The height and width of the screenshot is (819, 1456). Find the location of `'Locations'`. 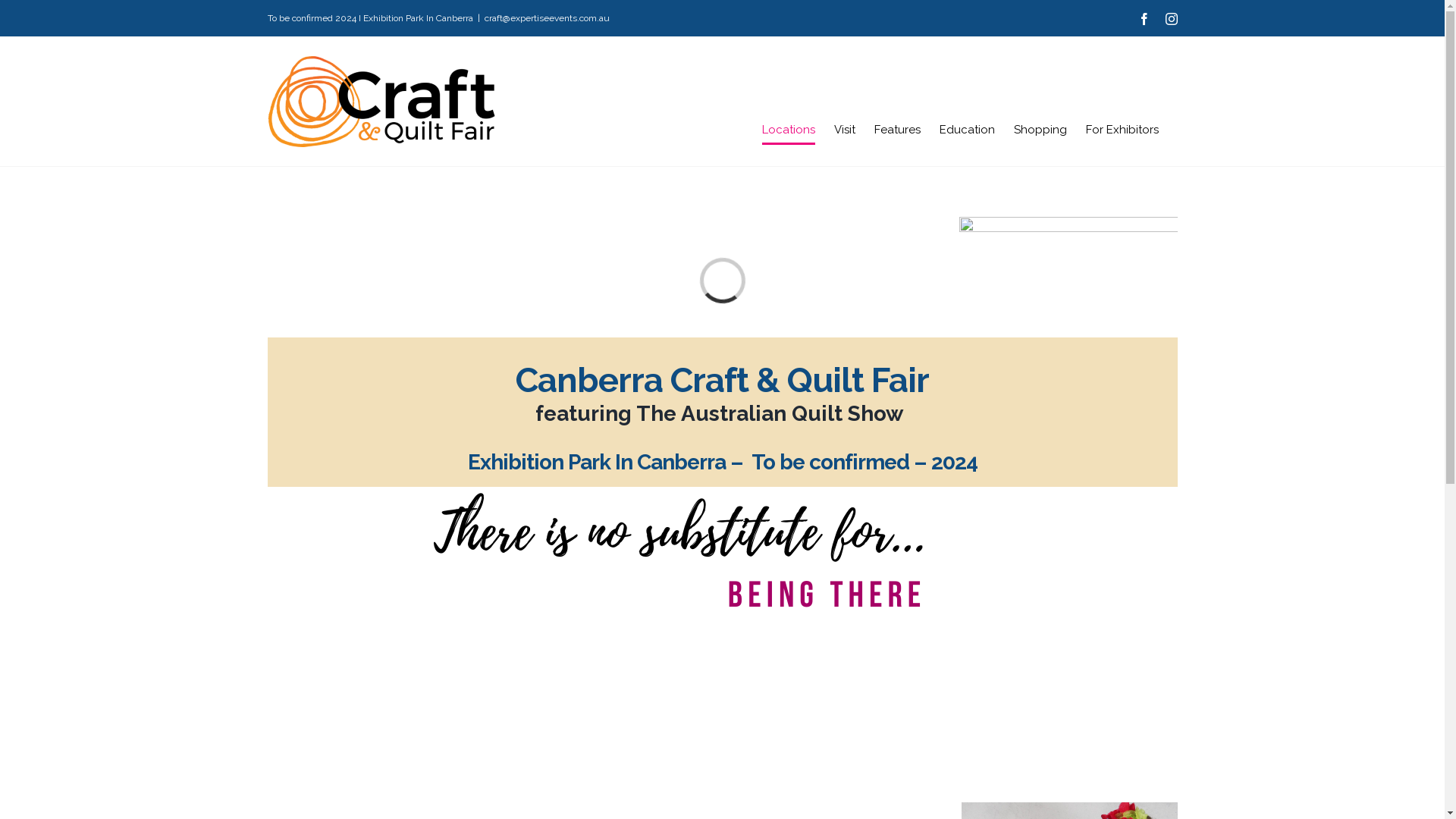

'Locations' is located at coordinates (761, 128).